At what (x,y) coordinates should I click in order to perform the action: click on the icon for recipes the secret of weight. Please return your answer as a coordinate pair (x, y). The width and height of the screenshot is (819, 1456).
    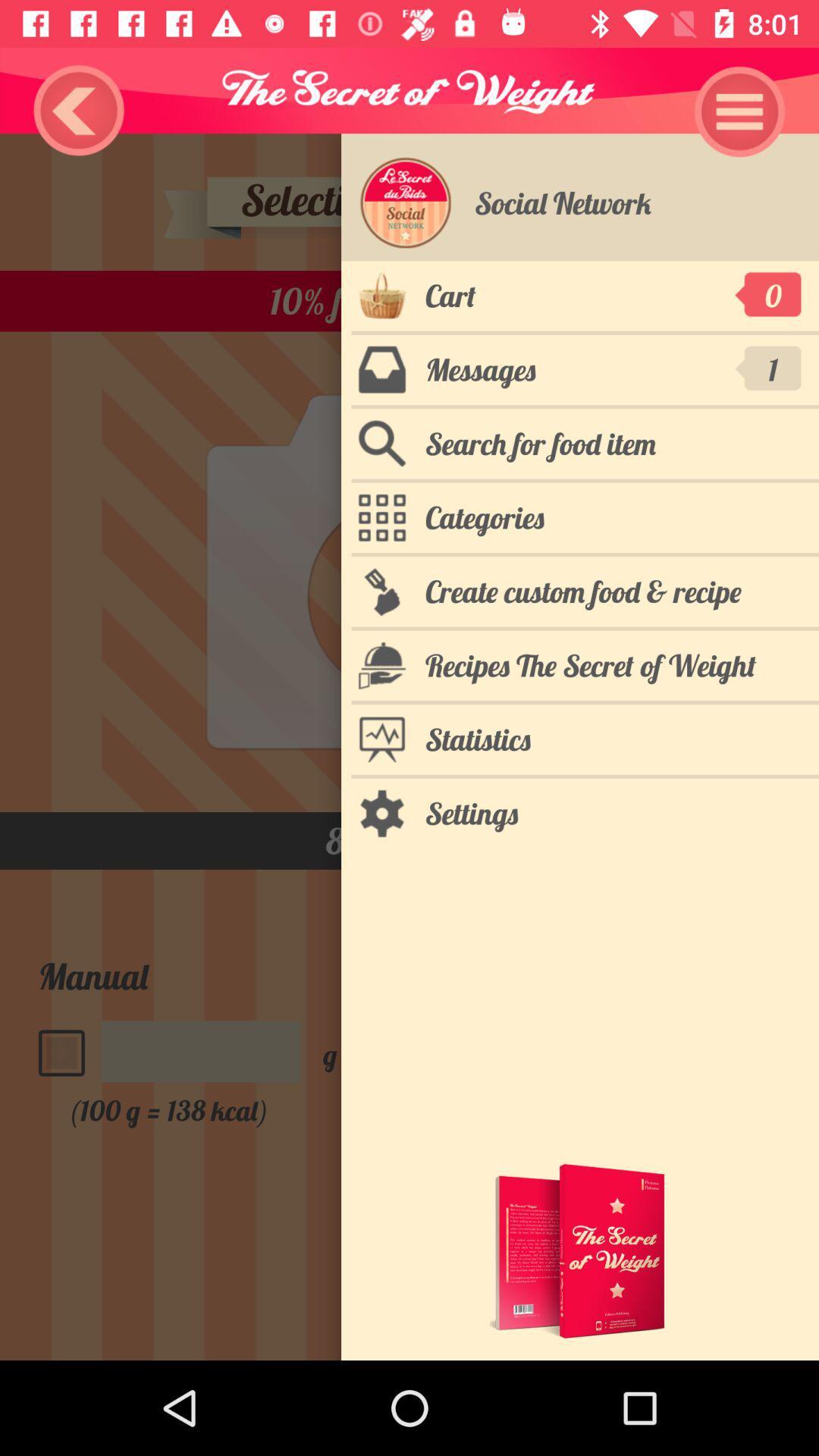
    Looking at the image, I should click on (381, 666).